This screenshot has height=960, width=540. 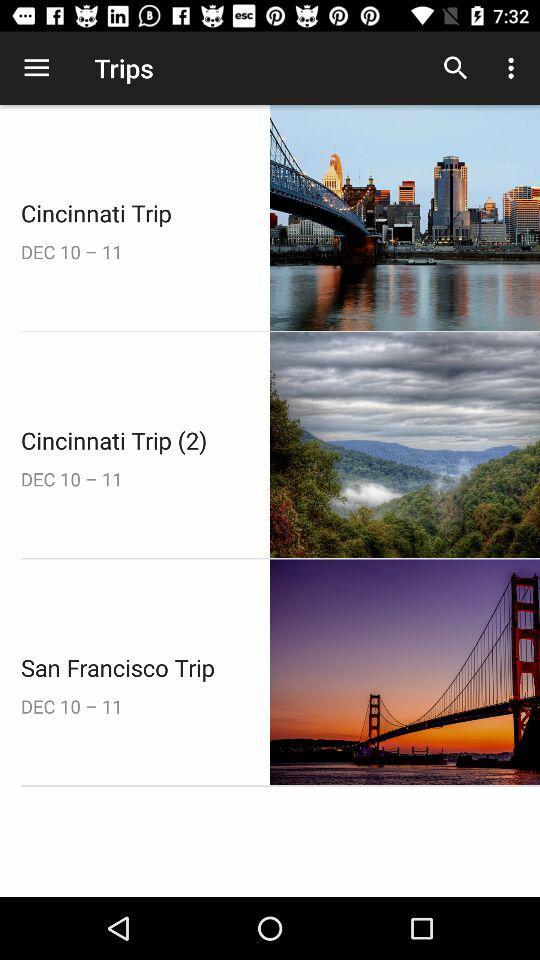 What do you see at coordinates (455, 68) in the screenshot?
I see `the icon to the right of trips item` at bounding box center [455, 68].